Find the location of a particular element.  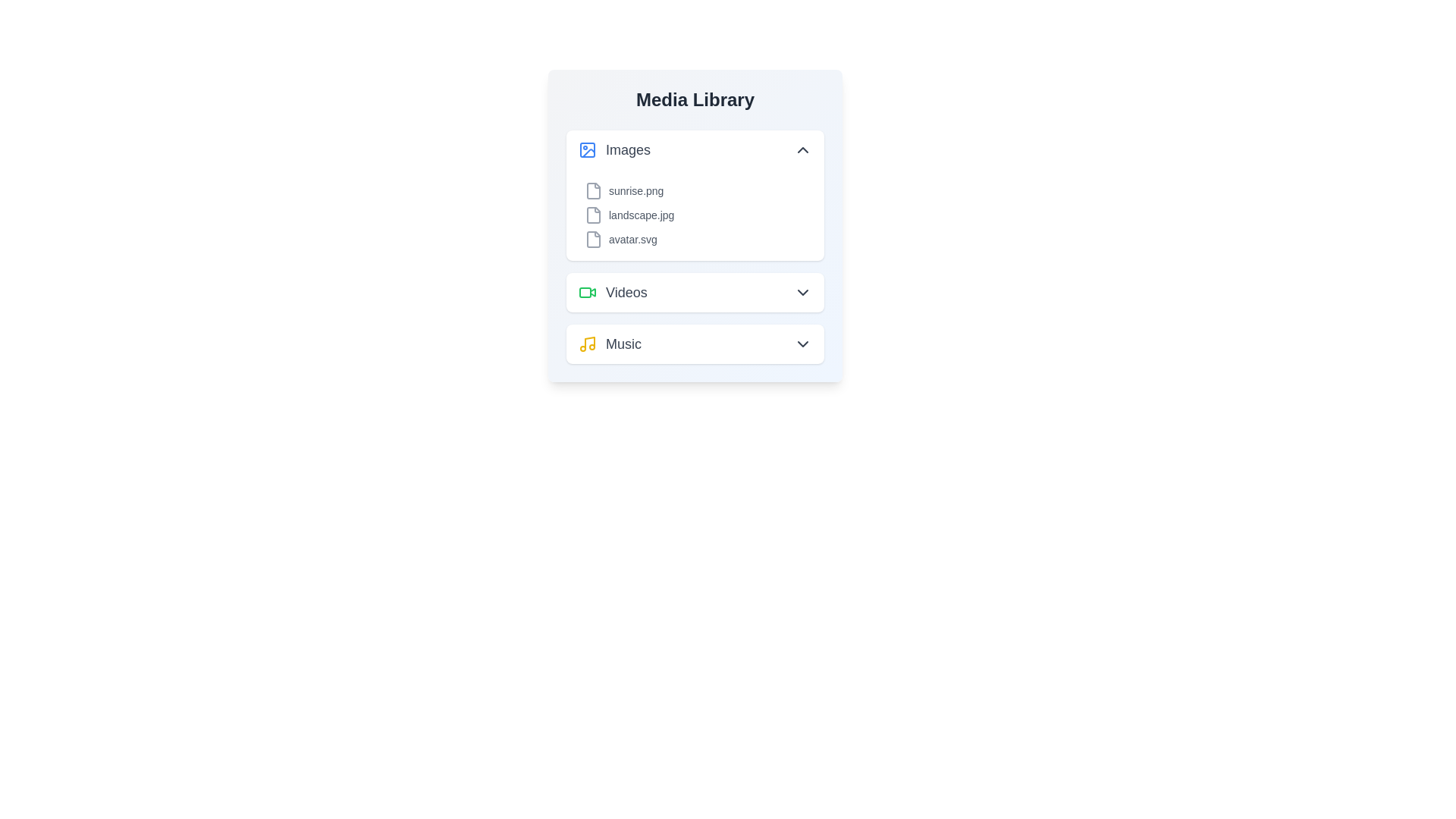

the 'Images' label with the picture frame icon in the 'Media Library' panel, which is styled in bold and located near the top of the section is located at coordinates (614, 149).